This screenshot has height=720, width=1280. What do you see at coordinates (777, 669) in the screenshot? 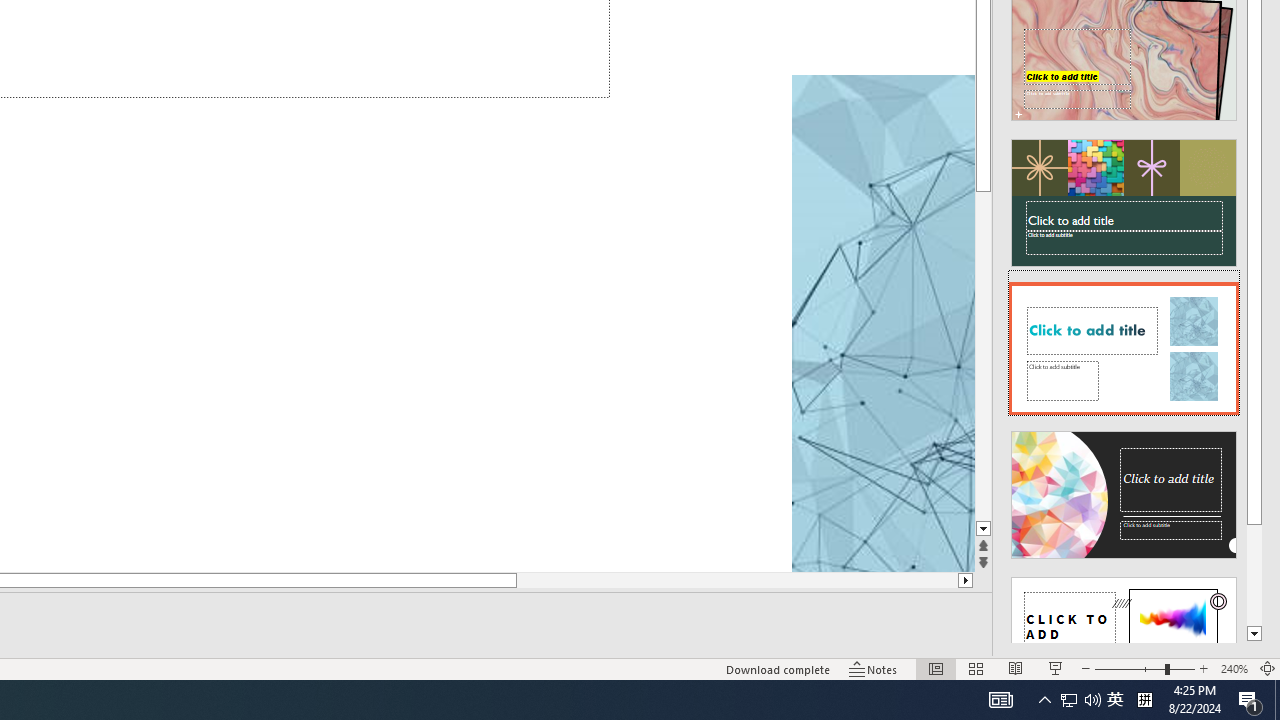
I see `'Download complete '` at bounding box center [777, 669].